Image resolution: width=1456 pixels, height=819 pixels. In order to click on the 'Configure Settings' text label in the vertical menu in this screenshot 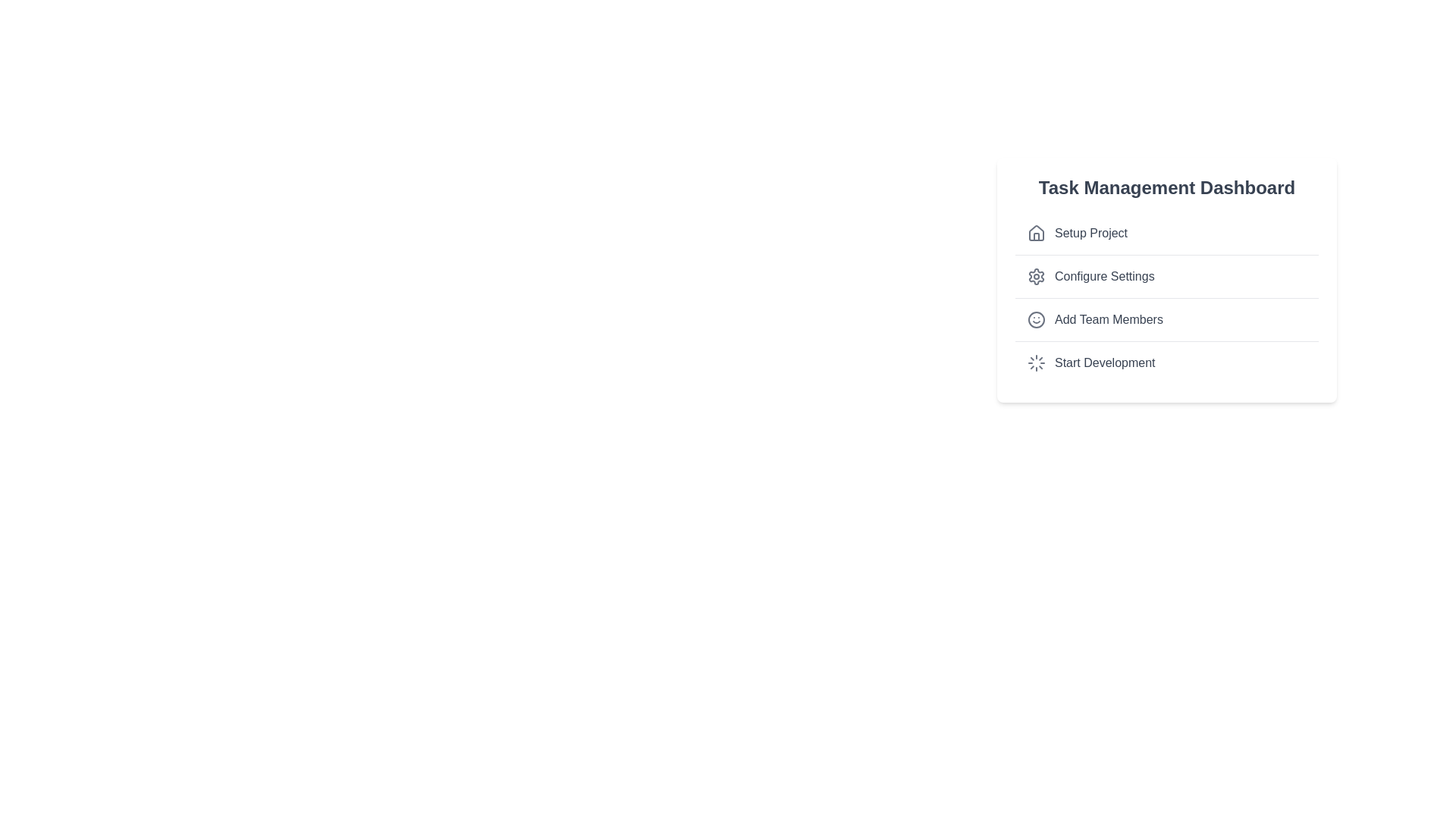, I will do `click(1104, 277)`.